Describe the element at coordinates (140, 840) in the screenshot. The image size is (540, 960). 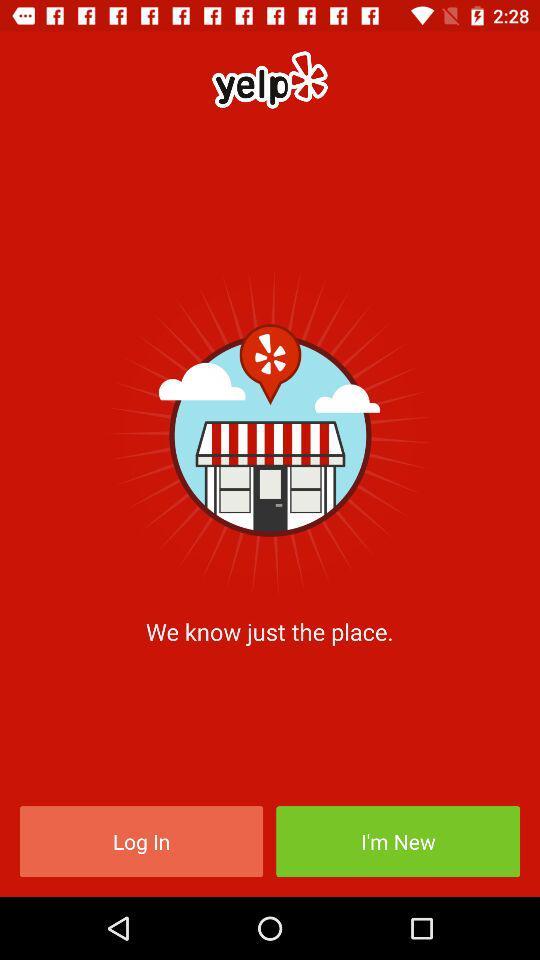
I see `the log in item` at that location.